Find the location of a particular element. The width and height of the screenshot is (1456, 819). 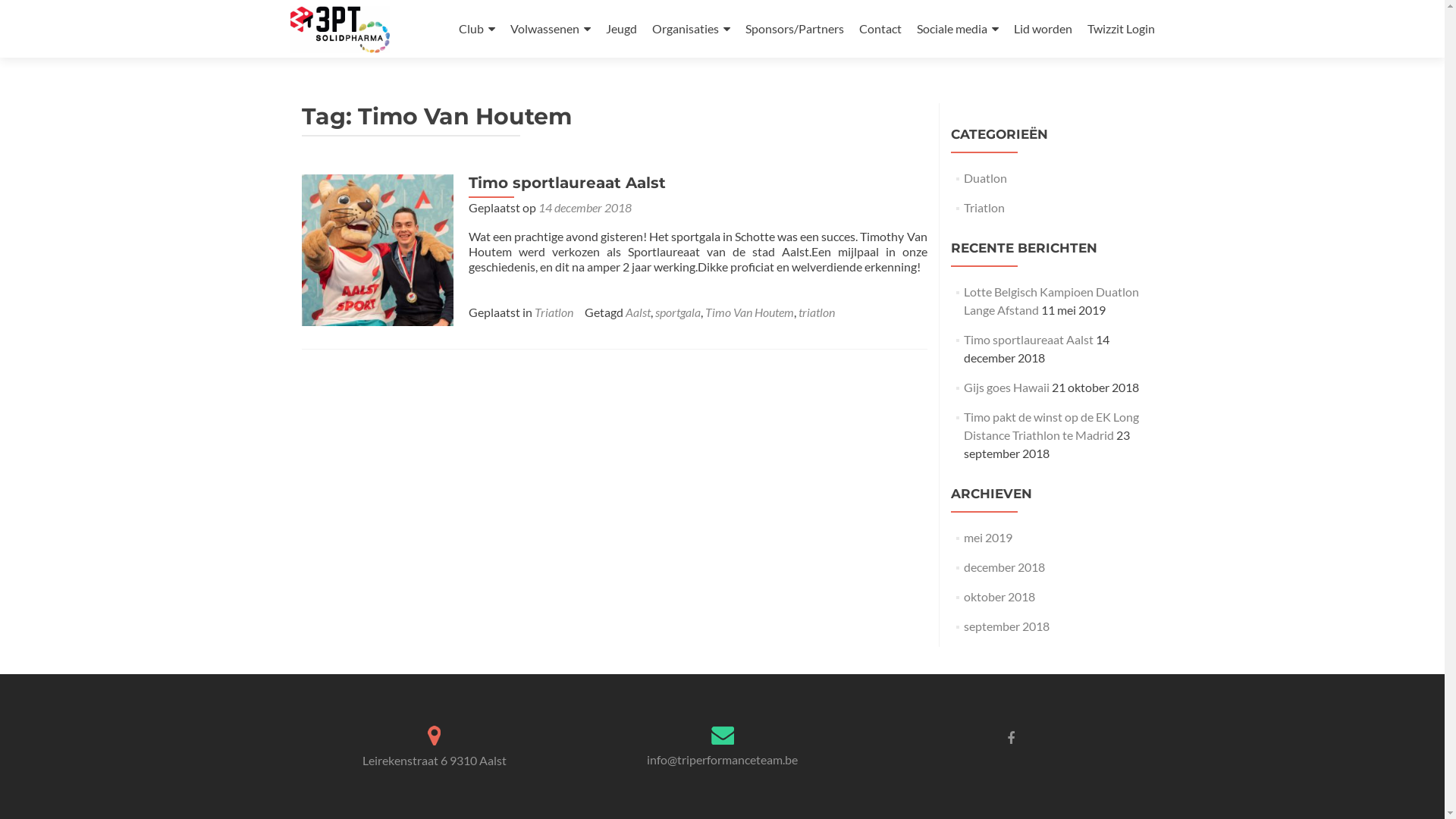

'Triatlon' is located at coordinates (534, 311).